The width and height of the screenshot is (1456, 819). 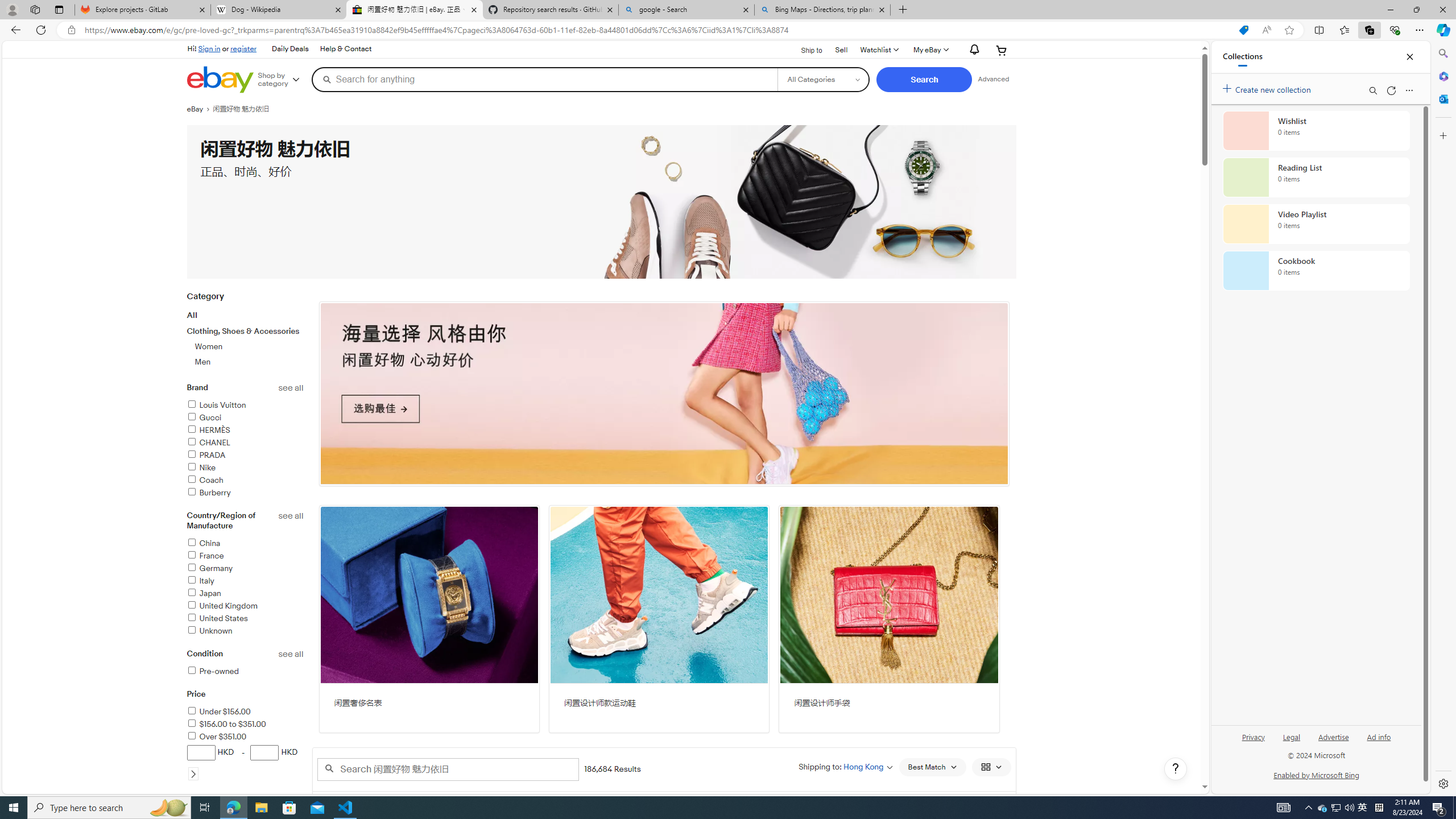 I want to click on 'United Kingdom', so click(x=245, y=606).